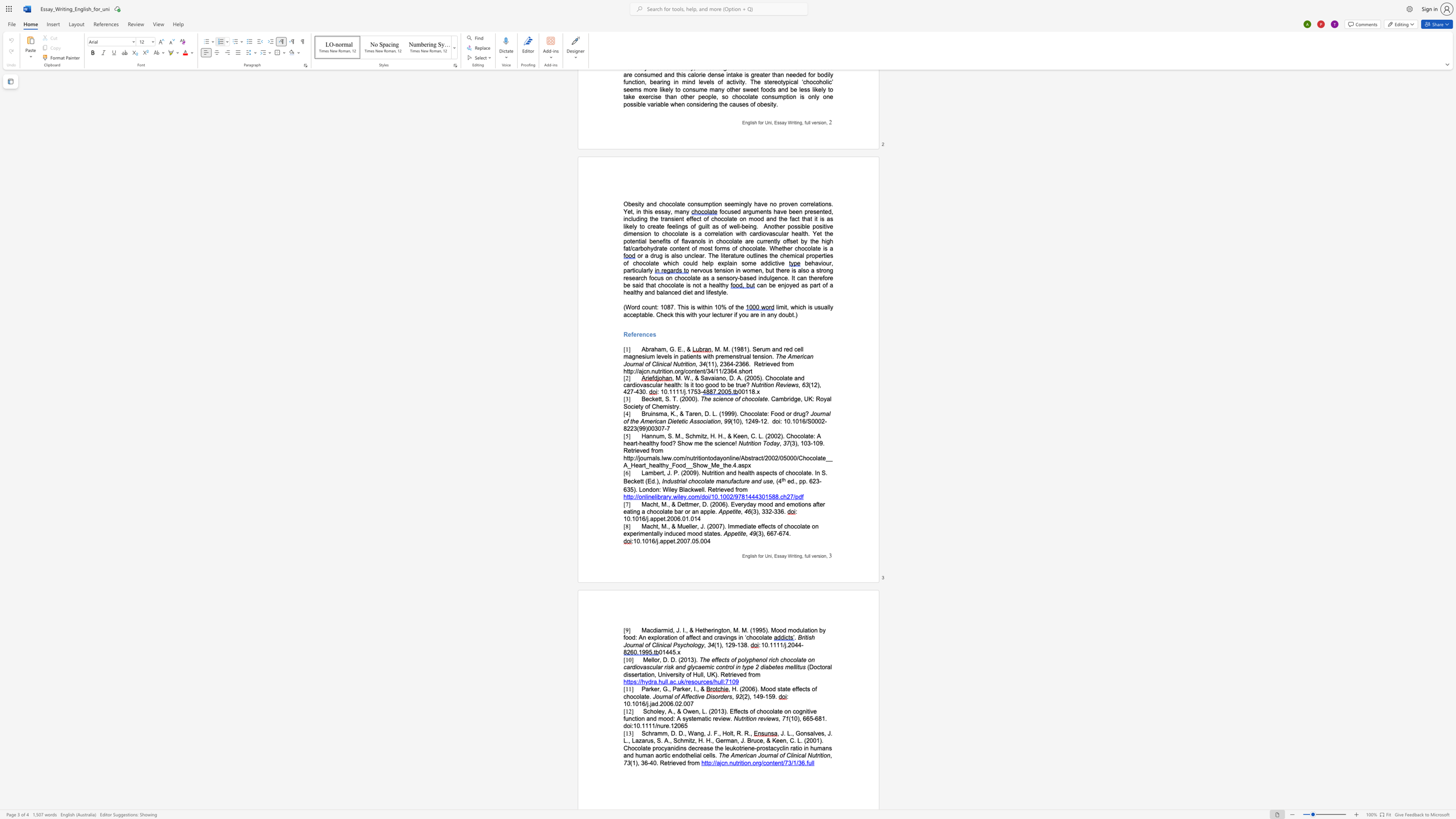 The image size is (1456, 819). Describe the element at coordinates (684, 660) in the screenshot. I see `the space between the continuous character "2" and "0" in the text` at that location.